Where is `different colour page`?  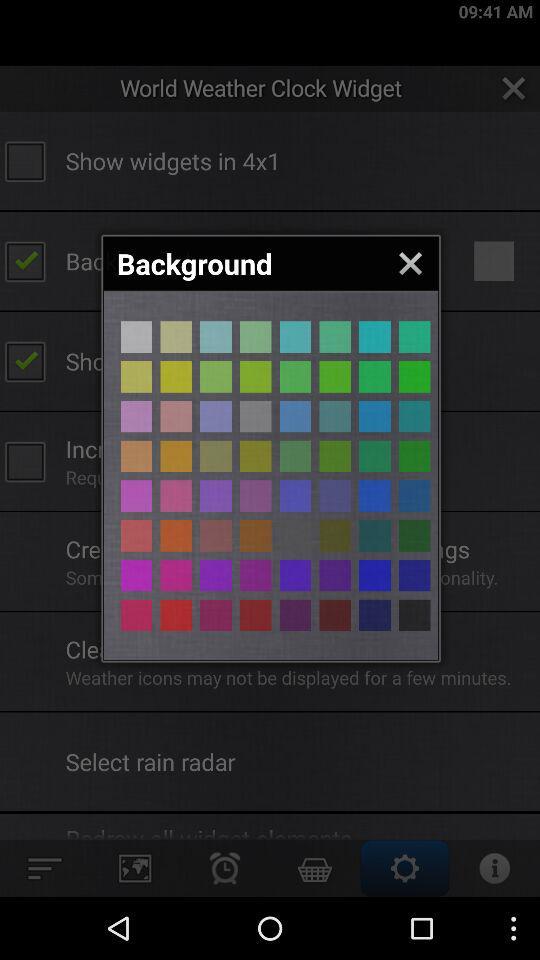 different colour page is located at coordinates (135, 534).